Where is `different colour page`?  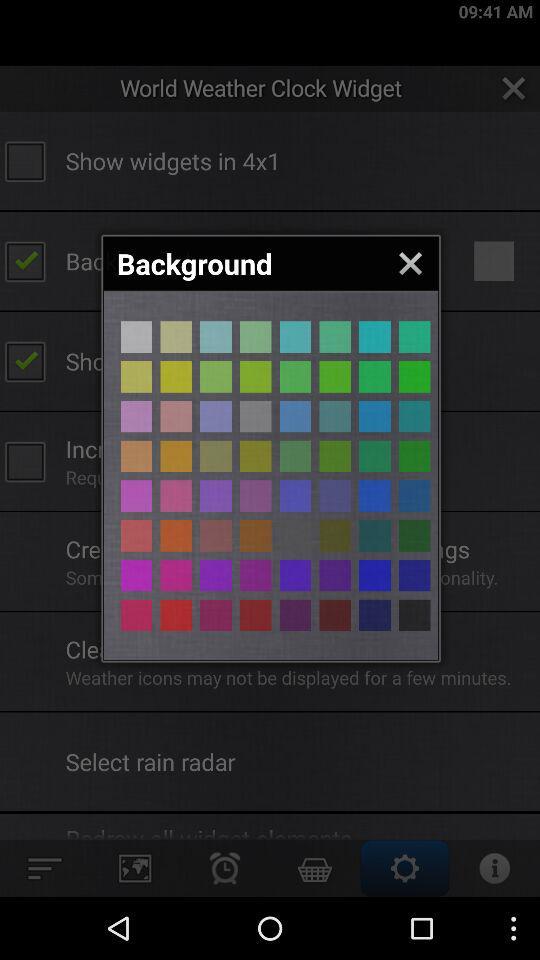 different colour page is located at coordinates (135, 534).